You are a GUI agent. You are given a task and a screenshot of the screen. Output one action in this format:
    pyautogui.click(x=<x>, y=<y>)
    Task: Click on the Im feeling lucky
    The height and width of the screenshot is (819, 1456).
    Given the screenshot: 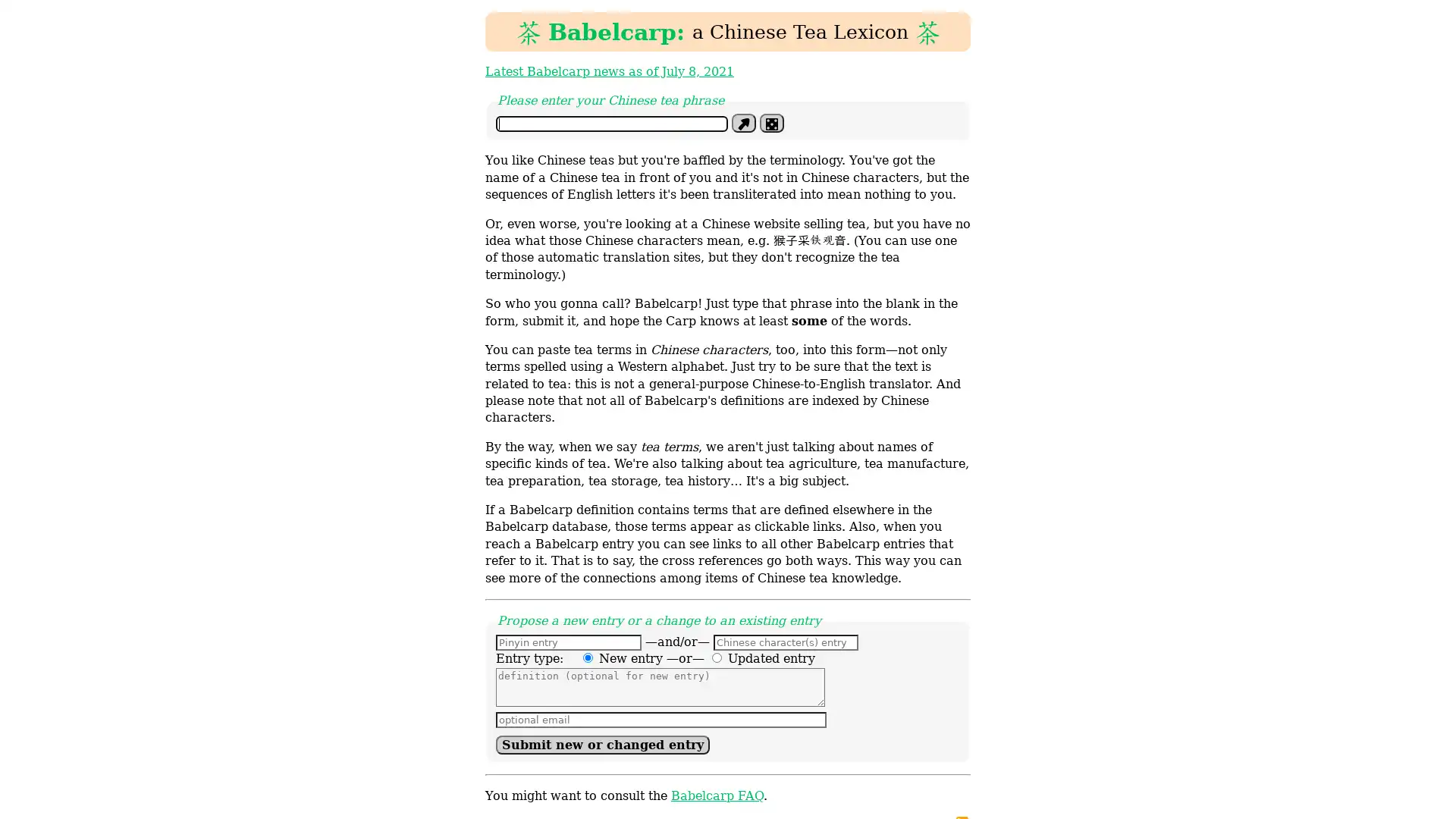 What is the action you would take?
    pyautogui.click(x=771, y=122)
    